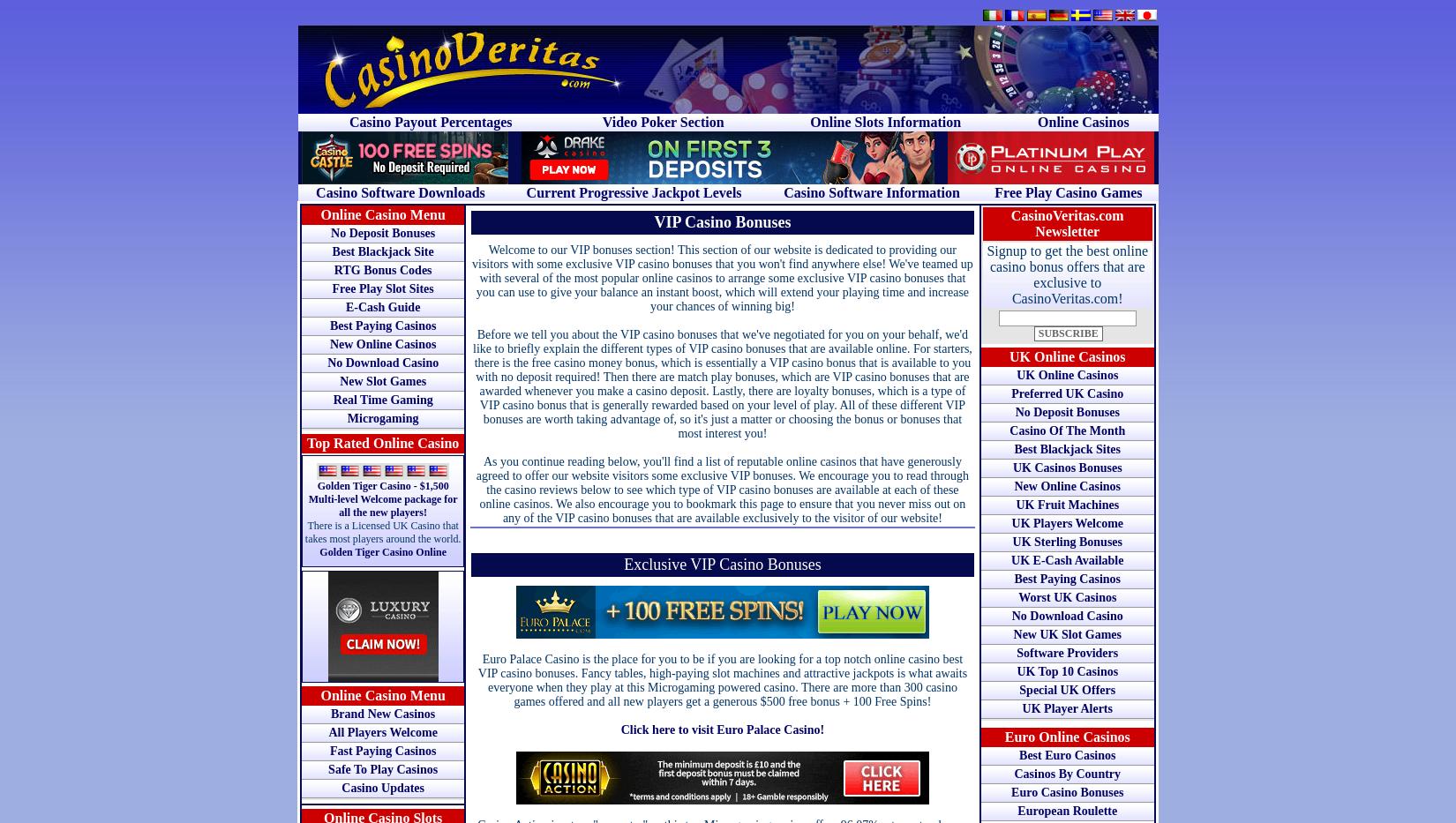 This screenshot has width=1456, height=823. What do you see at coordinates (662, 121) in the screenshot?
I see `'Video Poker Section'` at bounding box center [662, 121].